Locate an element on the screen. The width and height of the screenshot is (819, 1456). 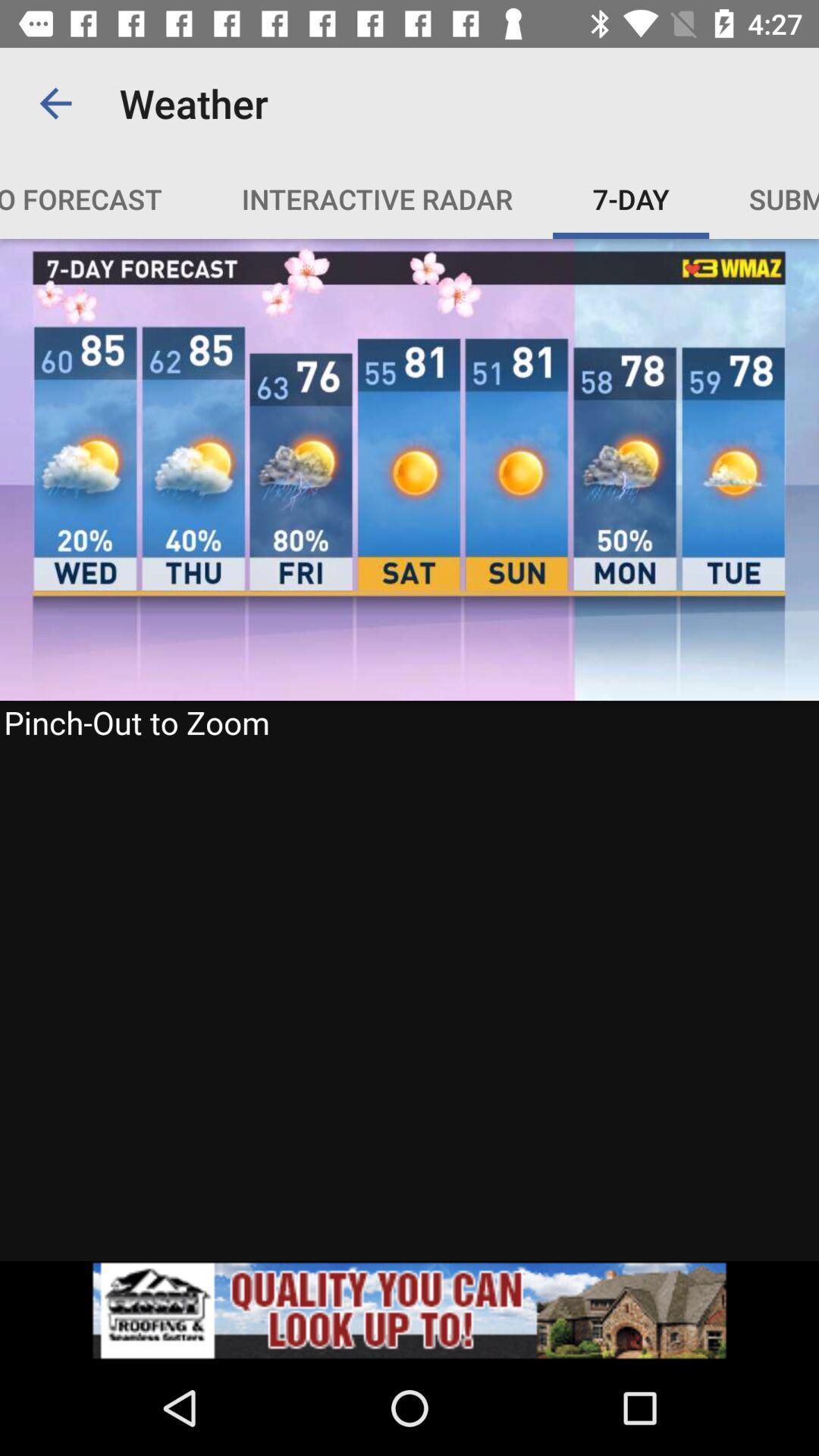
weather is located at coordinates (409, 749).